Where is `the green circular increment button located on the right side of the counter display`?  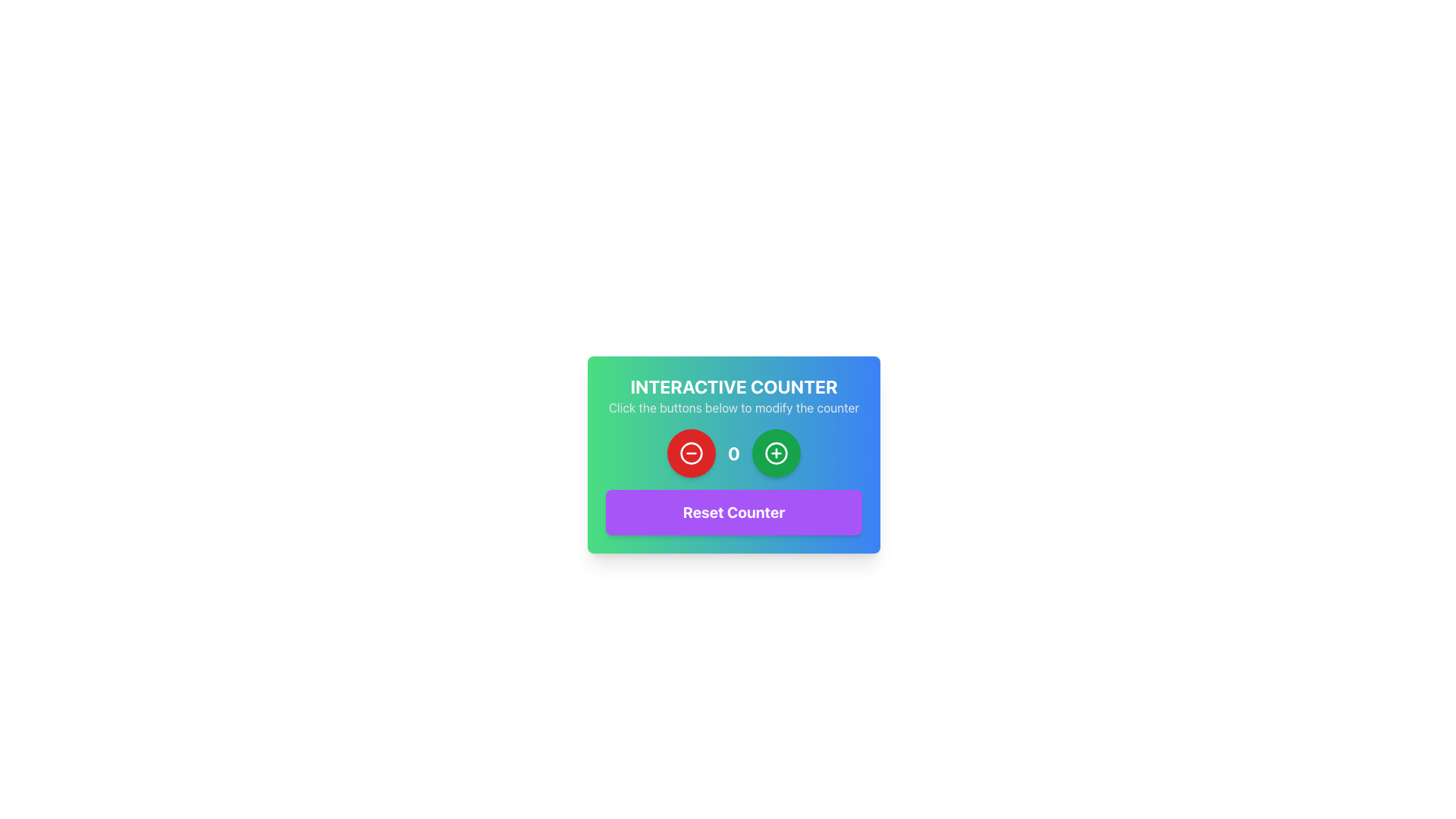 the green circular increment button located on the right side of the counter display is located at coordinates (776, 452).